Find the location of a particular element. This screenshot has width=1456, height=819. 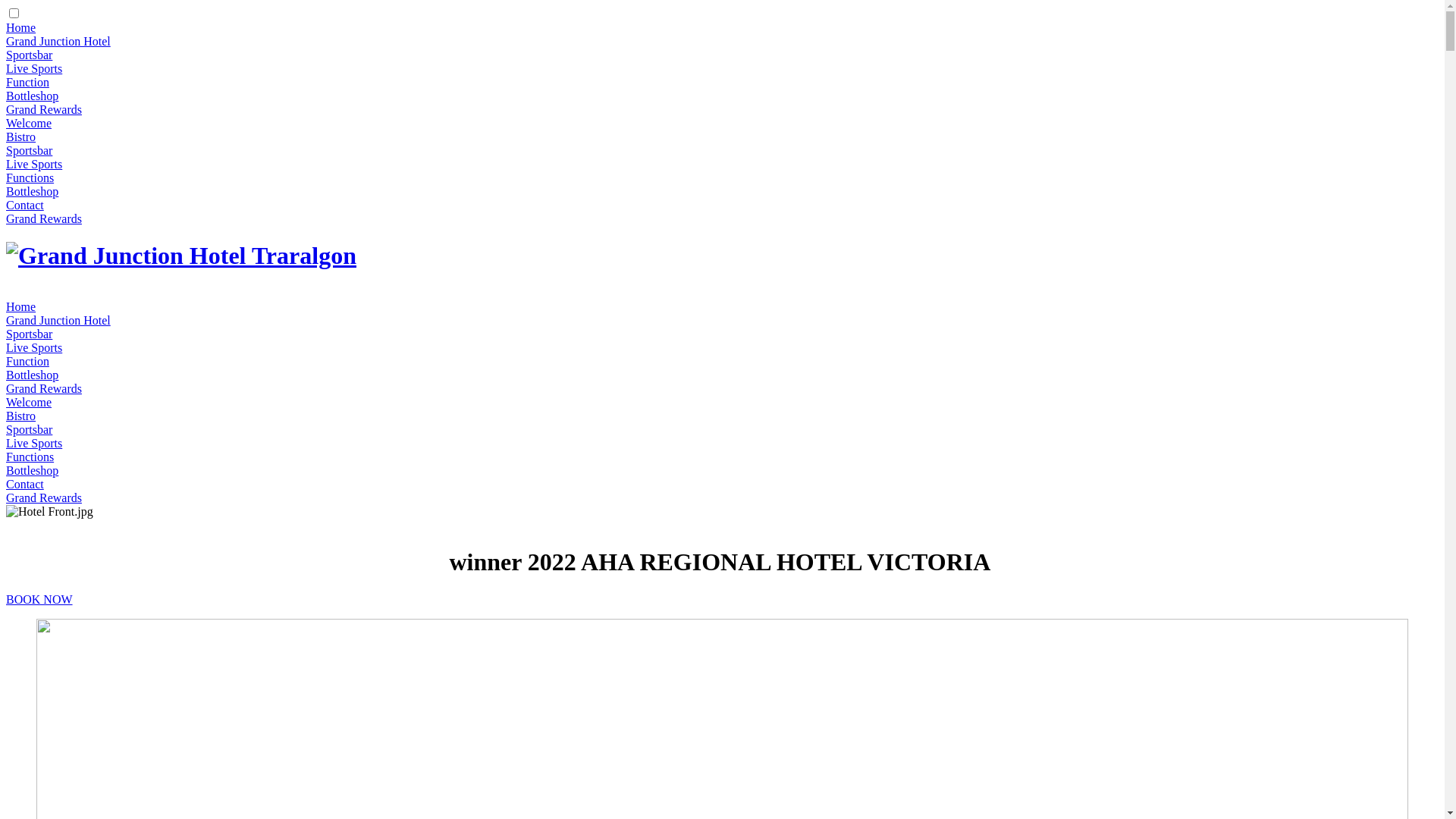

'Live Sports' is located at coordinates (33, 443).